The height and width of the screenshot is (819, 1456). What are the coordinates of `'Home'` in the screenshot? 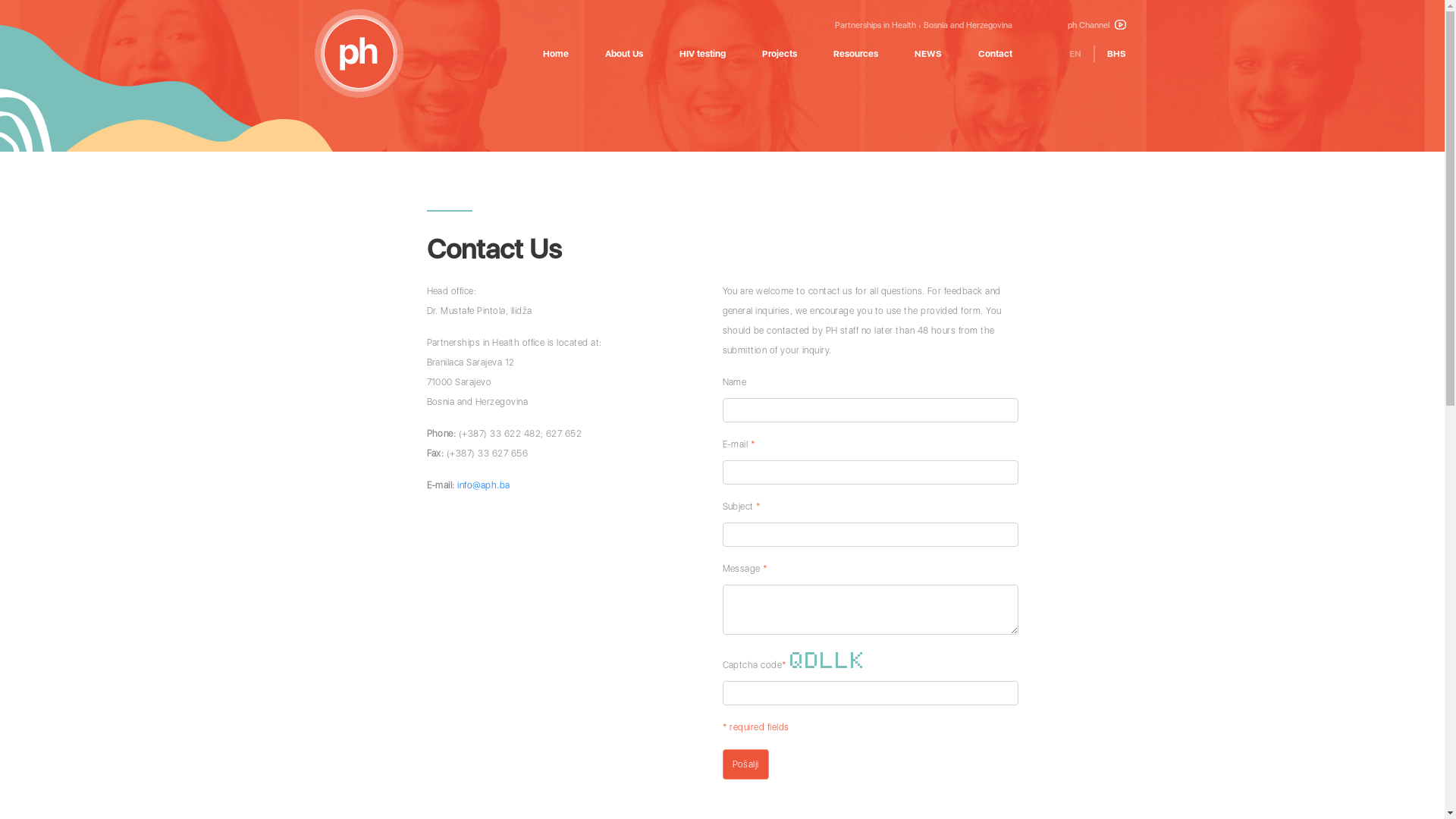 It's located at (542, 52).